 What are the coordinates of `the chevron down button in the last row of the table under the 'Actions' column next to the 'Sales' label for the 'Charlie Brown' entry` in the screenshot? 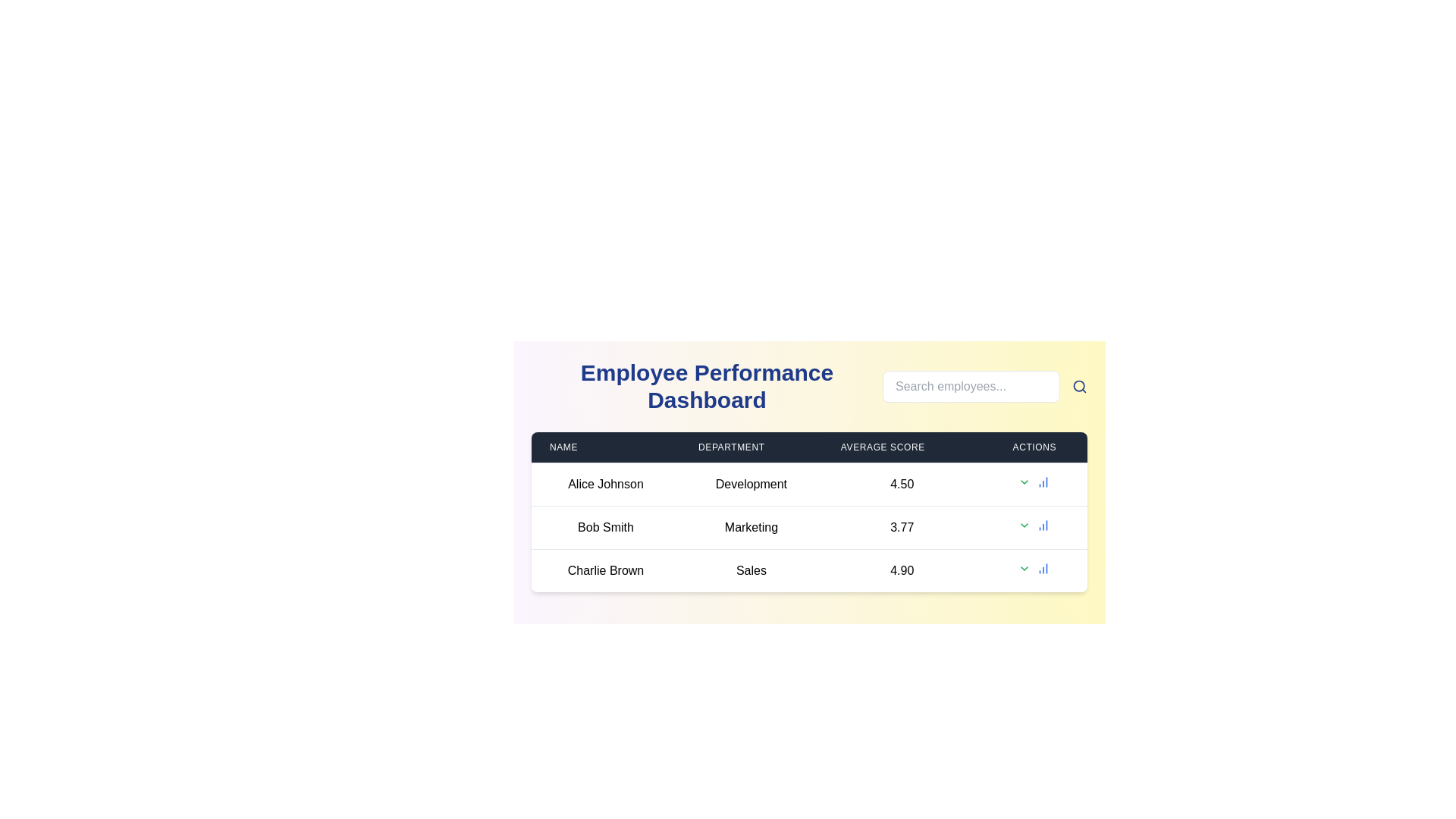 It's located at (1025, 568).